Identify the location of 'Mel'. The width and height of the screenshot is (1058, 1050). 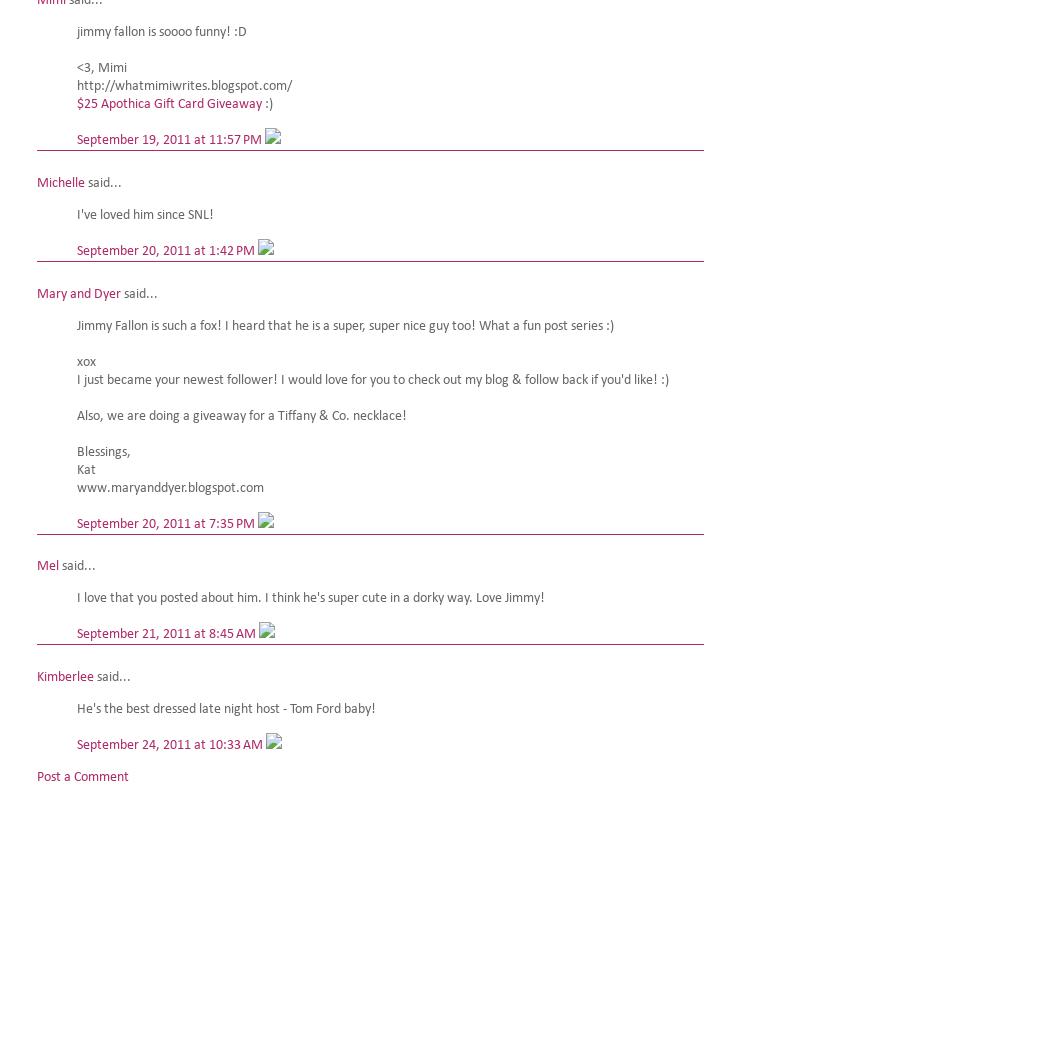
(37, 565).